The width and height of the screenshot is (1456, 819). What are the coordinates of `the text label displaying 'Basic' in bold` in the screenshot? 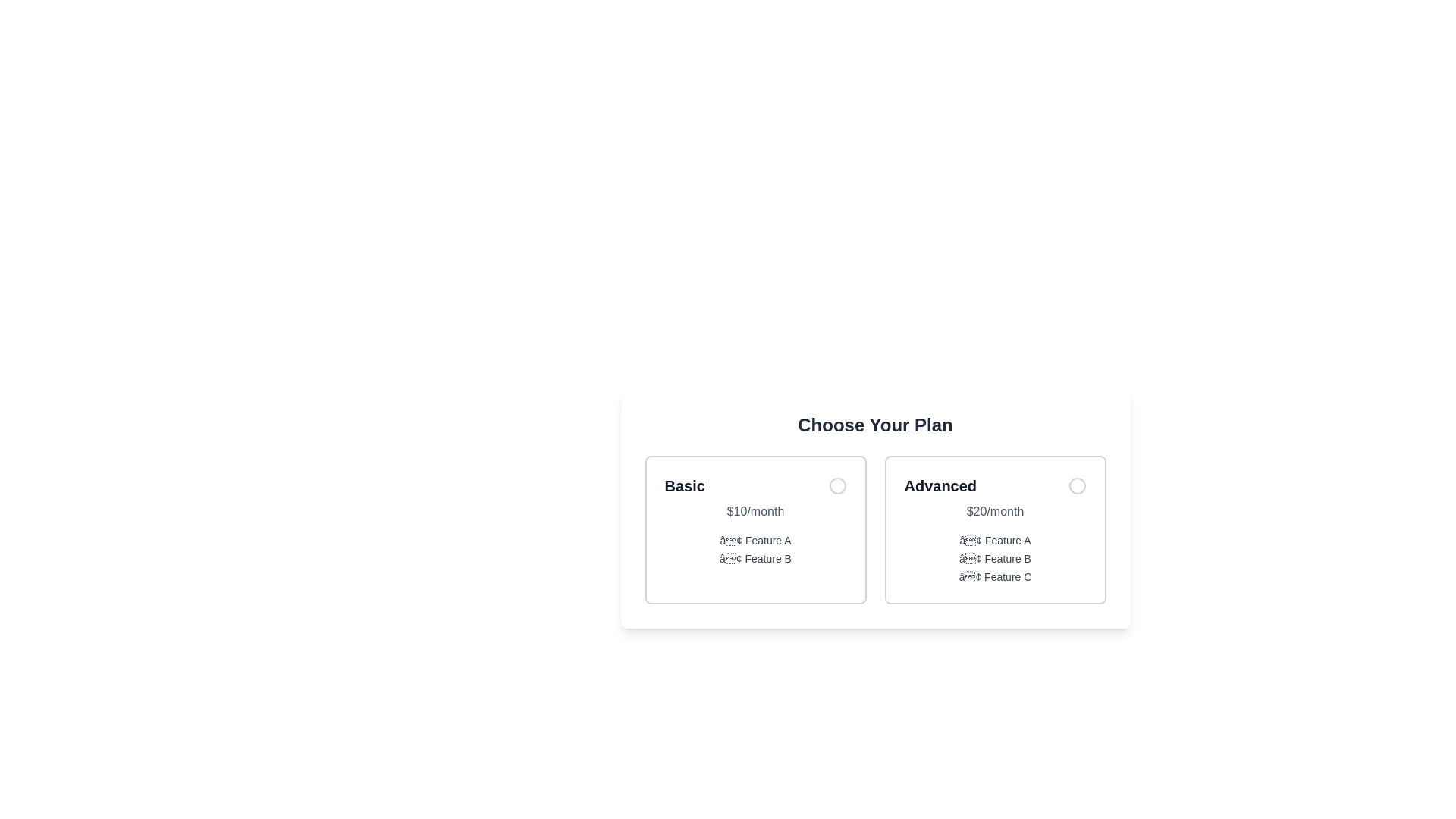 It's located at (684, 485).